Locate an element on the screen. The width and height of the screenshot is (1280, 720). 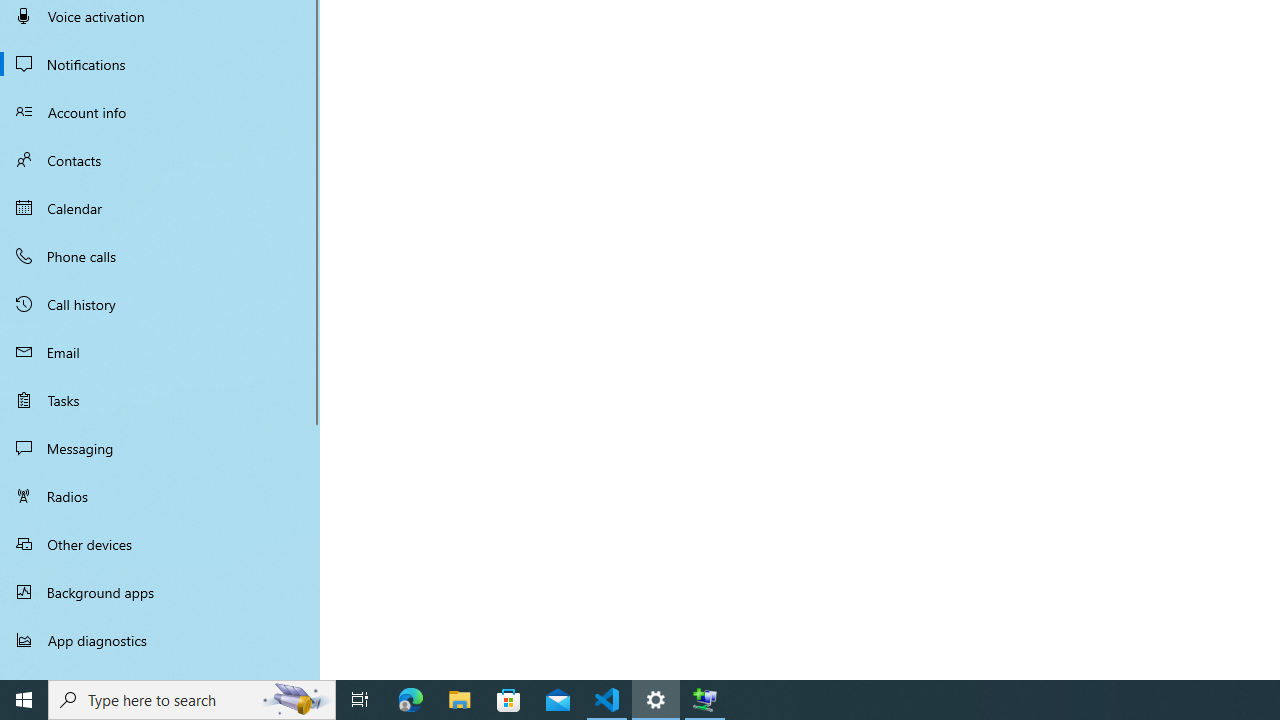
'Extensible Wizards Host Process - 1 running window' is located at coordinates (705, 698).